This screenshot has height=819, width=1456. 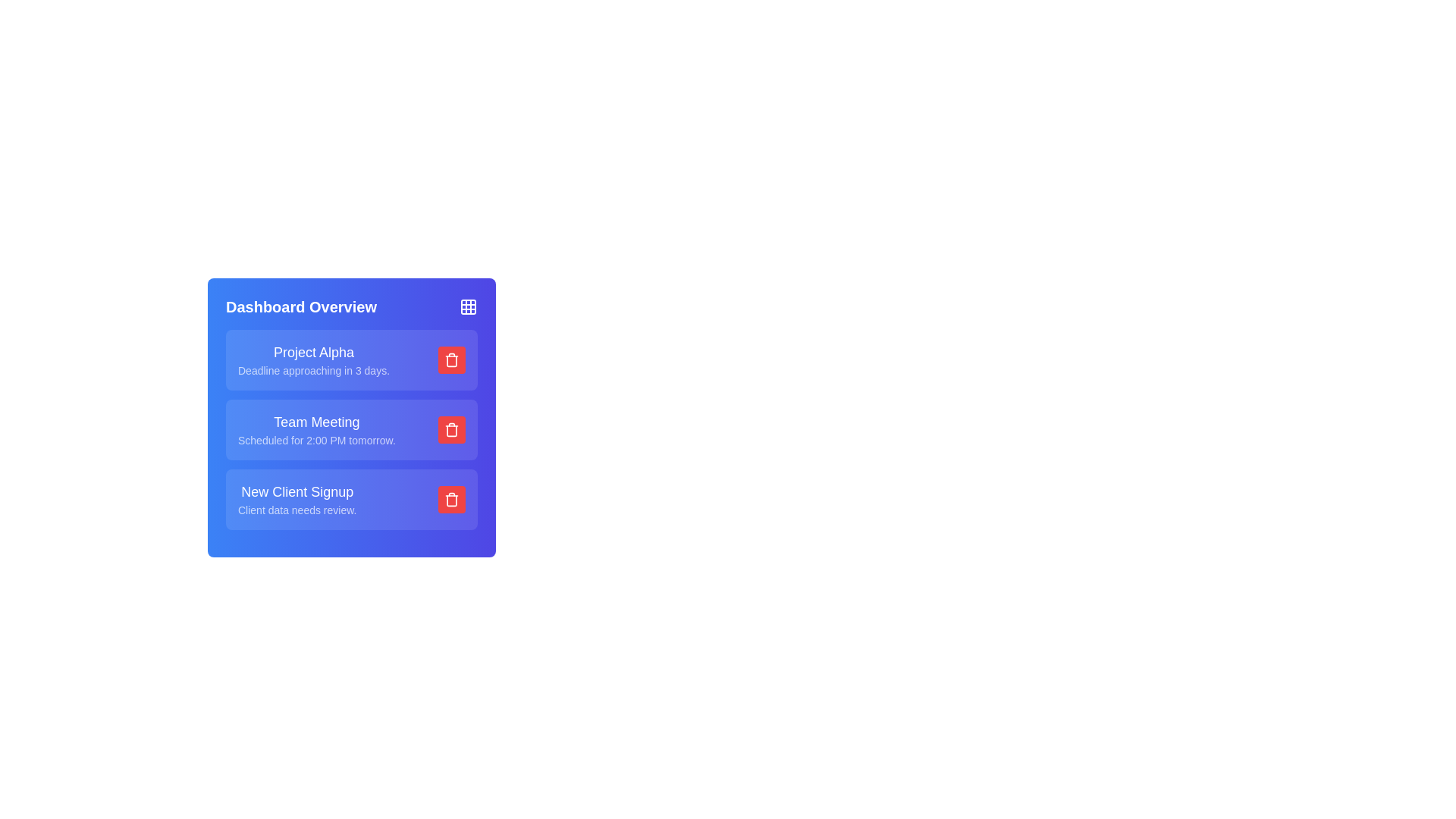 What do you see at coordinates (312, 371) in the screenshot?
I see `the Text Label that informs users about the deadline status of the associated project, which is positioned below the 'Project Alpha' text in the first list item of the dashboard's content section` at bounding box center [312, 371].